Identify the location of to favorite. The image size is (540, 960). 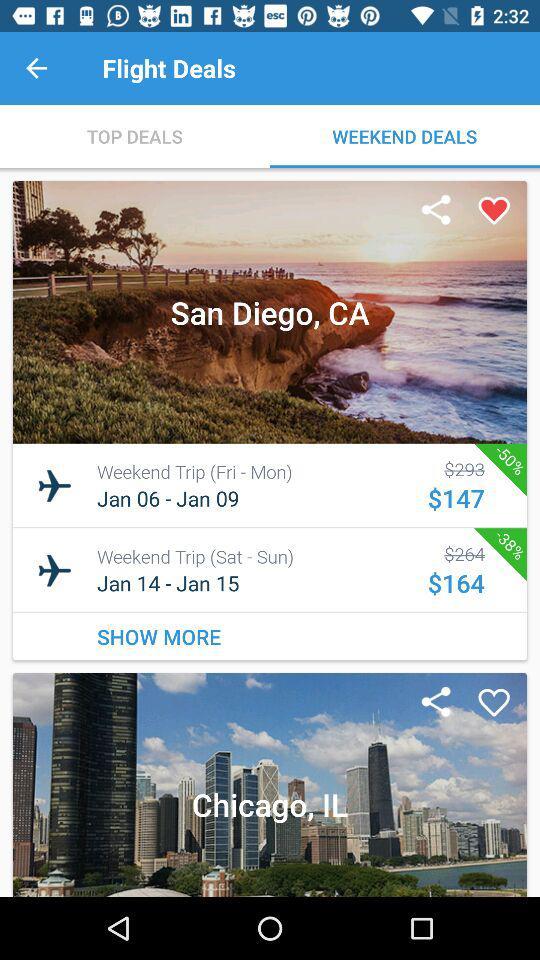
(493, 703).